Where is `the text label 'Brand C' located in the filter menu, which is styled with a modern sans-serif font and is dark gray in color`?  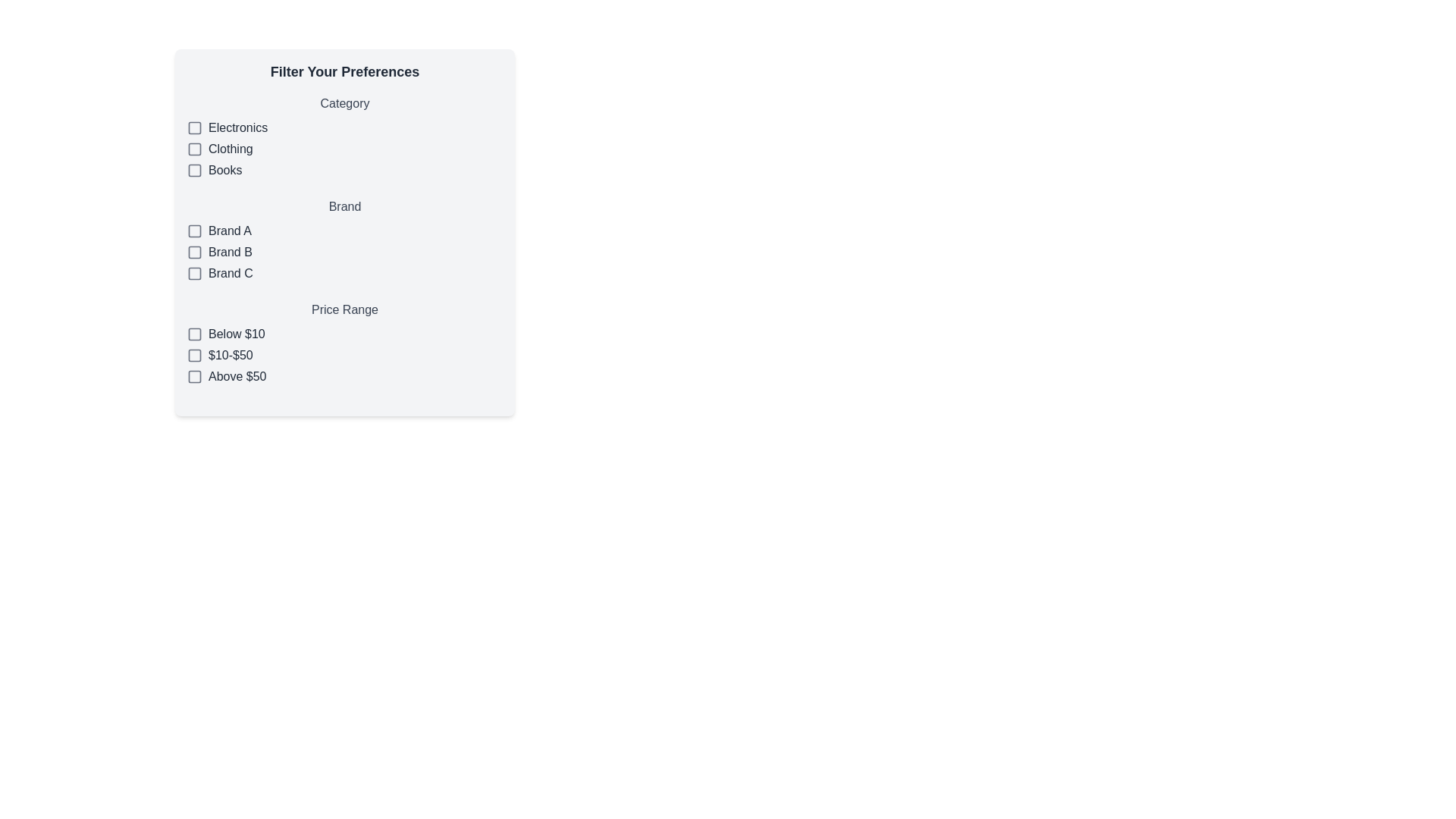 the text label 'Brand C' located in the filter menu, which is styled with a modern sans-serif font and is dark gray in color is located at coordinates (230, 274).